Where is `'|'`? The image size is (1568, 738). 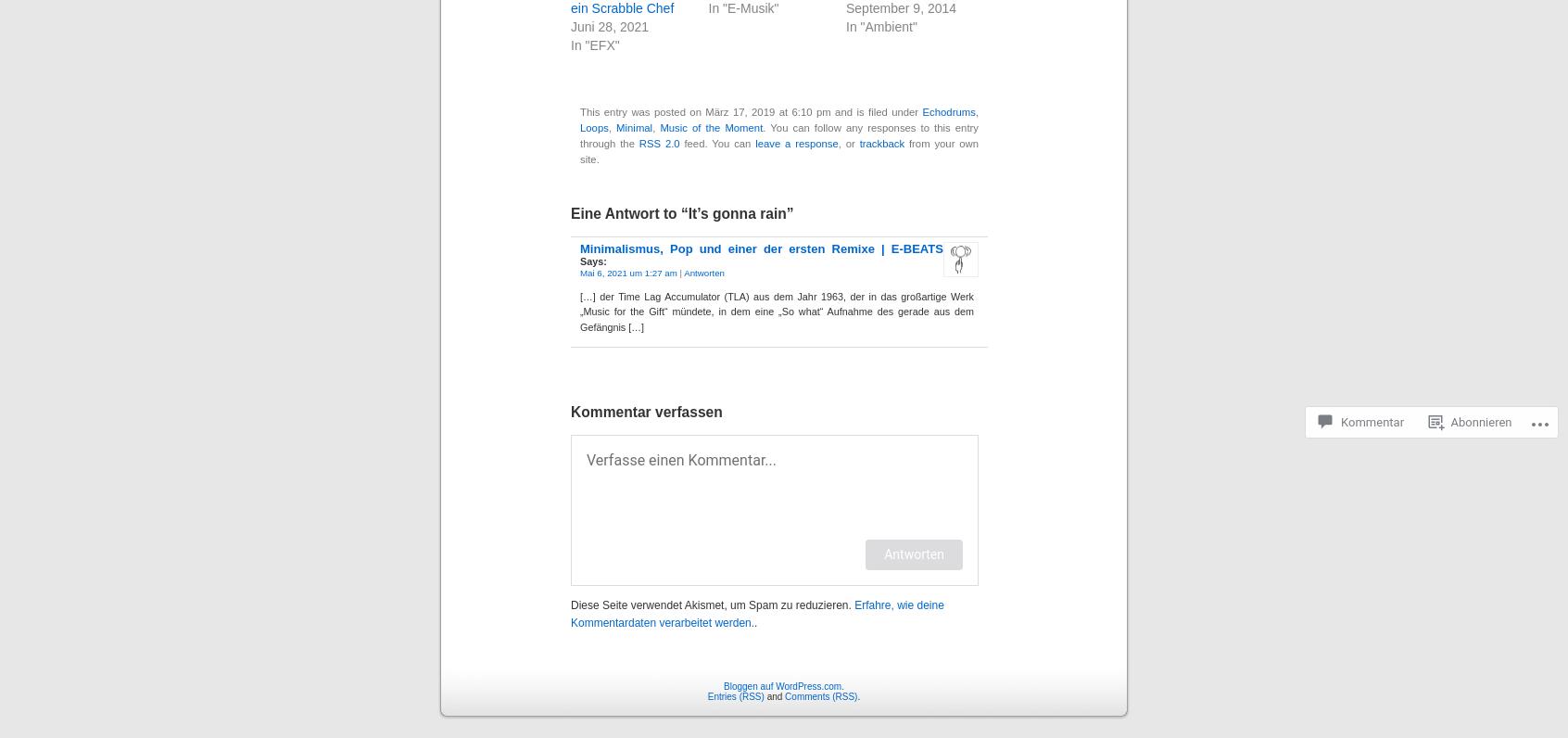
'|' is located at coordinates (678, 271).